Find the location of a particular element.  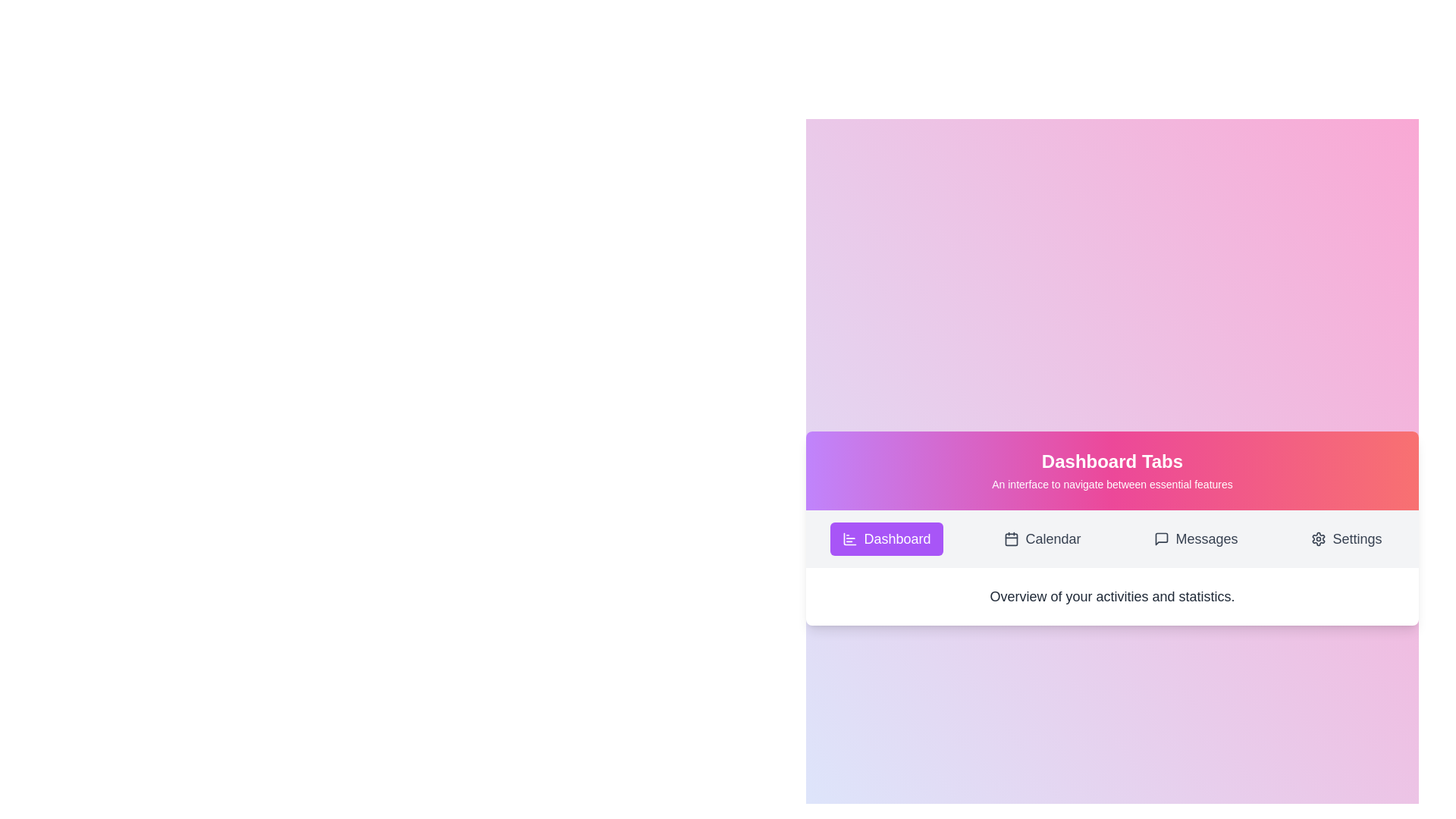

the calendar icon located in the navigation bar below the header, which is easily distinguishable due to its contrasting color and minimalistic design is located at coordinates (1012, 538).